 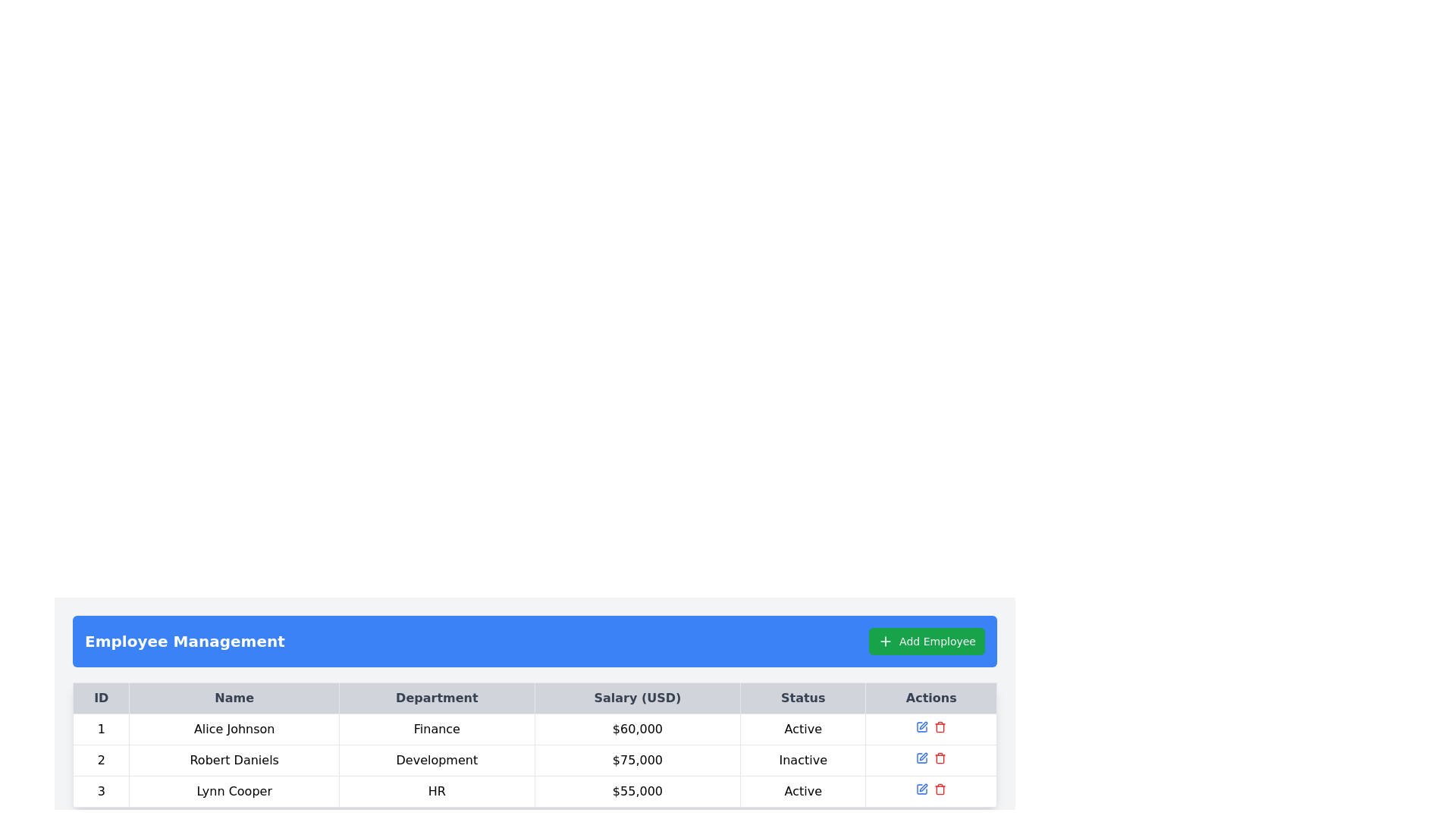 What do you see at coordinates (436, 760) in the screenshot?
I see `the Text display that shows the word 'Development' in a sans-serif font, located in the third cell of the 'Department' column in the table` at bounding box center [436, 760].